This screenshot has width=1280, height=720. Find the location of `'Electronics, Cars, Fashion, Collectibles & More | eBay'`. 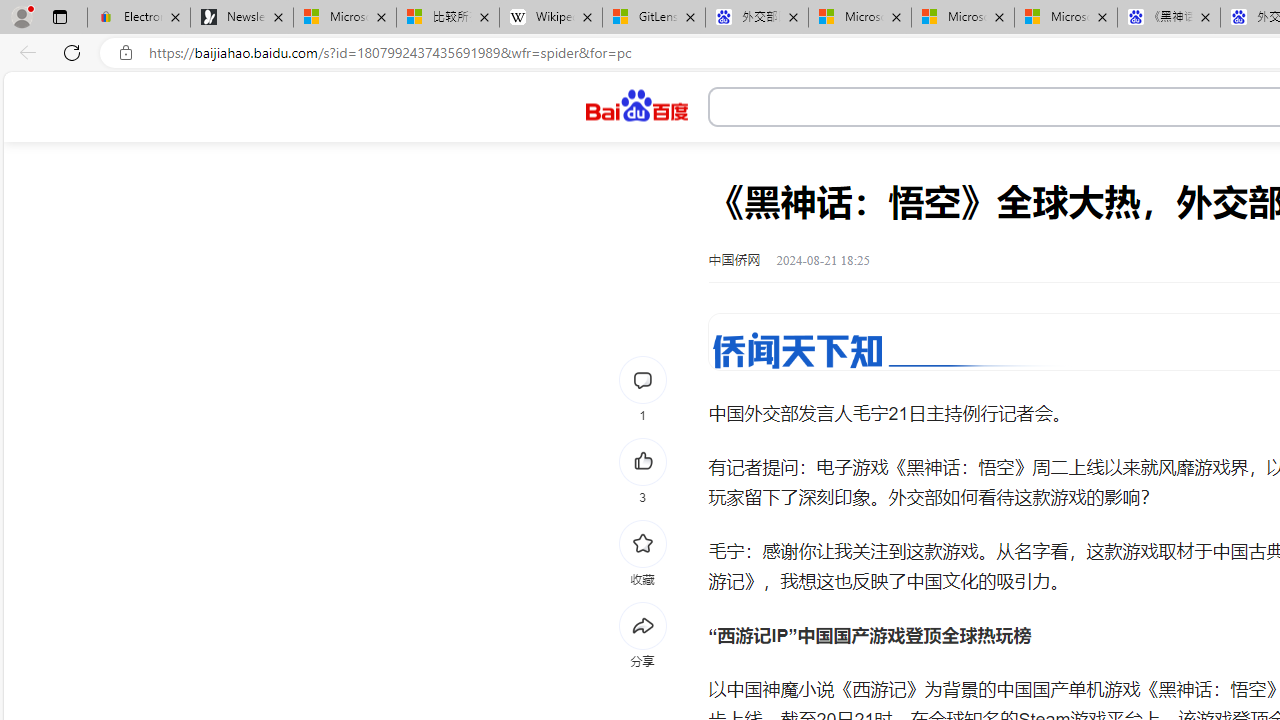

'Electronics, Cars, Fashion, Collectibles & More | eBay' is located at coordinates (137, 17).